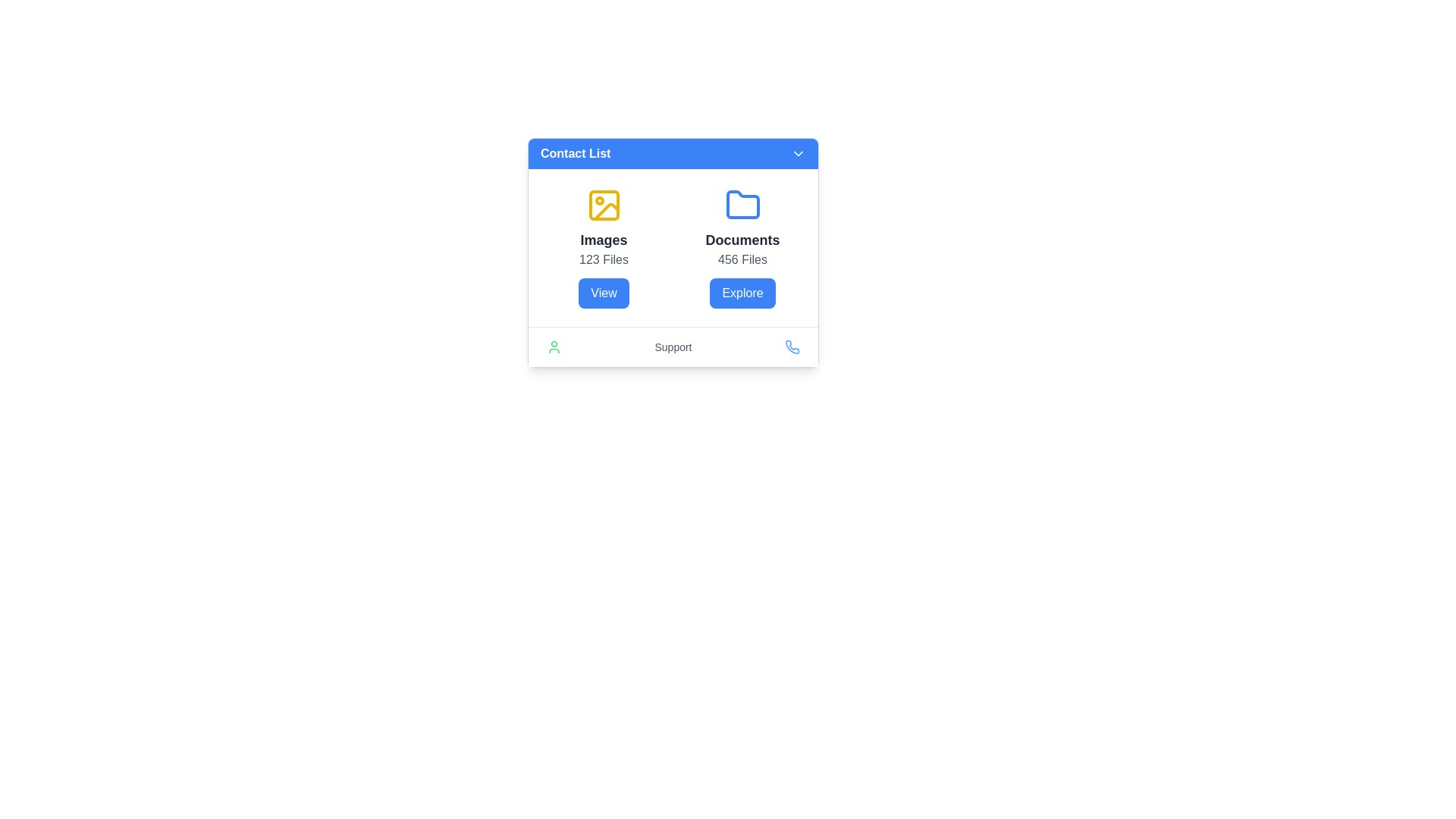  Describe the element at coordinates (673, 347) in the screenshot. I see `the 'Support' text label, which is centrally positioned between a green user icon on the left and a blue phone icon on the right` at that location.